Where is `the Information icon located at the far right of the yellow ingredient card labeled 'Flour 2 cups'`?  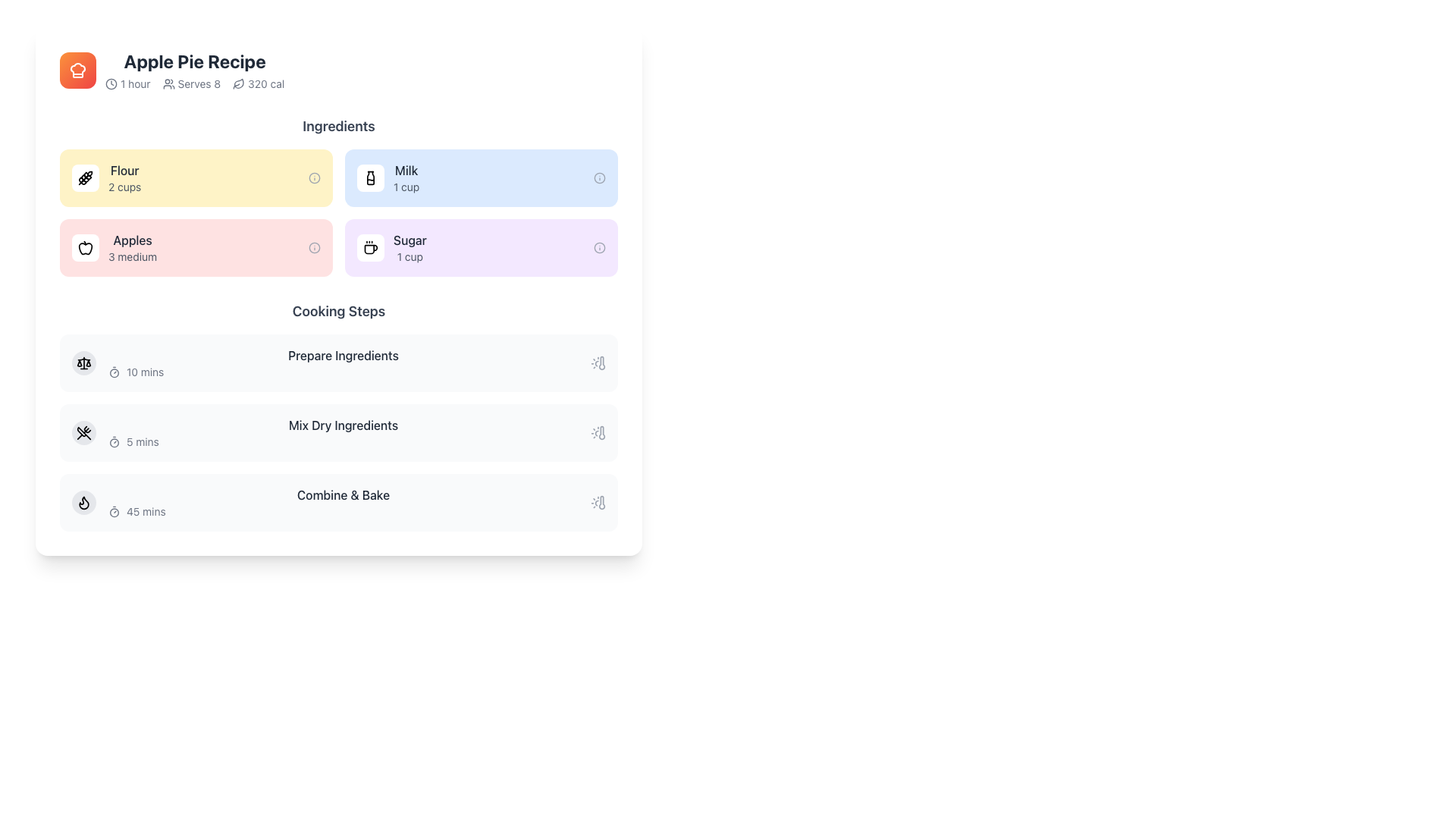 the Information icon located at the far right of the yellow ingredient card labeled 'Flour 2 cups' is located at coordinates (313, 177).